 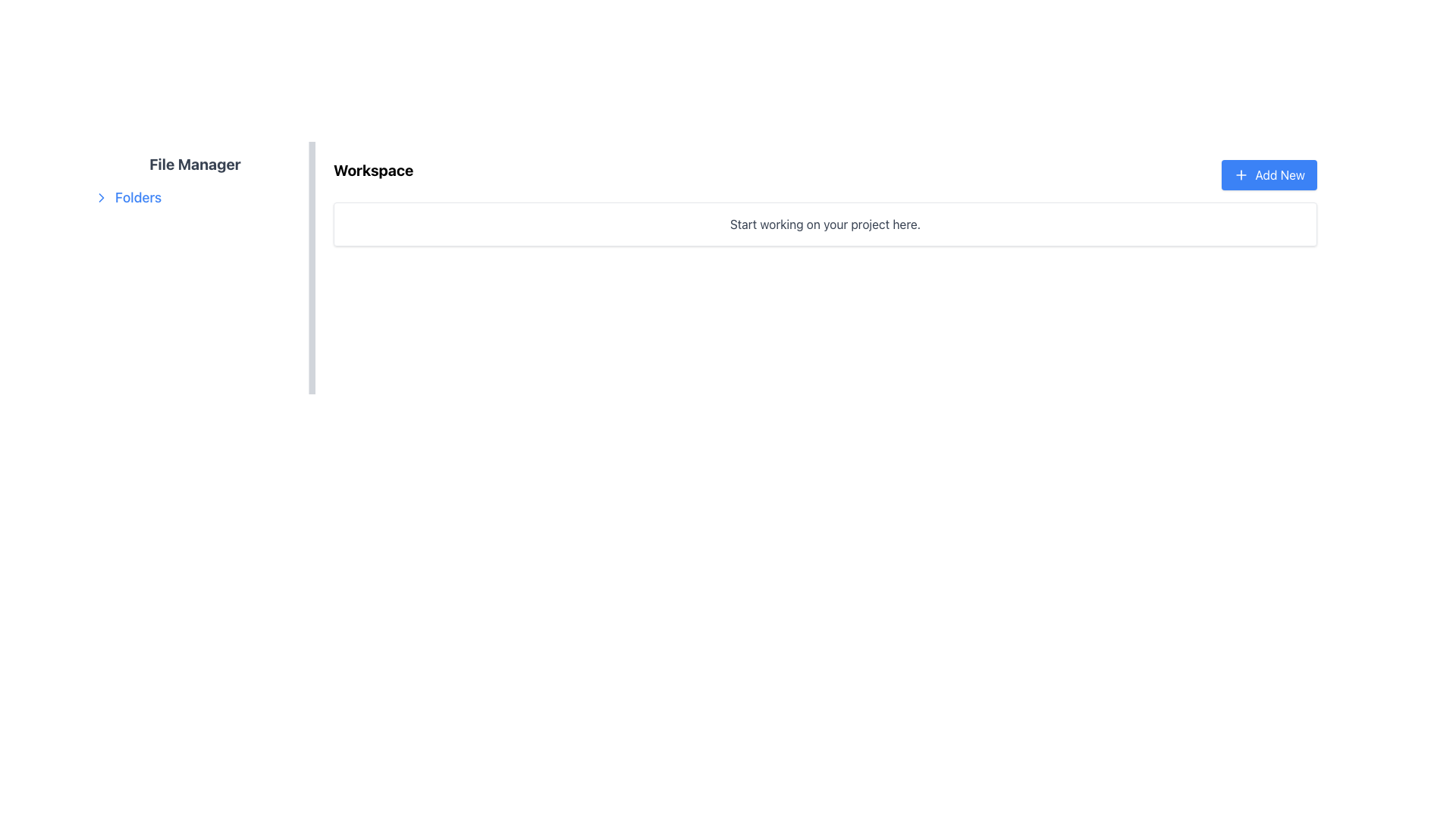 What do you see at coordinates (824, 224) in the screenshot?
I see `text displayed in the rectangular text block with rounded corners that contains the message 'Start working on your project here.'` at bounding box center [824, 224].